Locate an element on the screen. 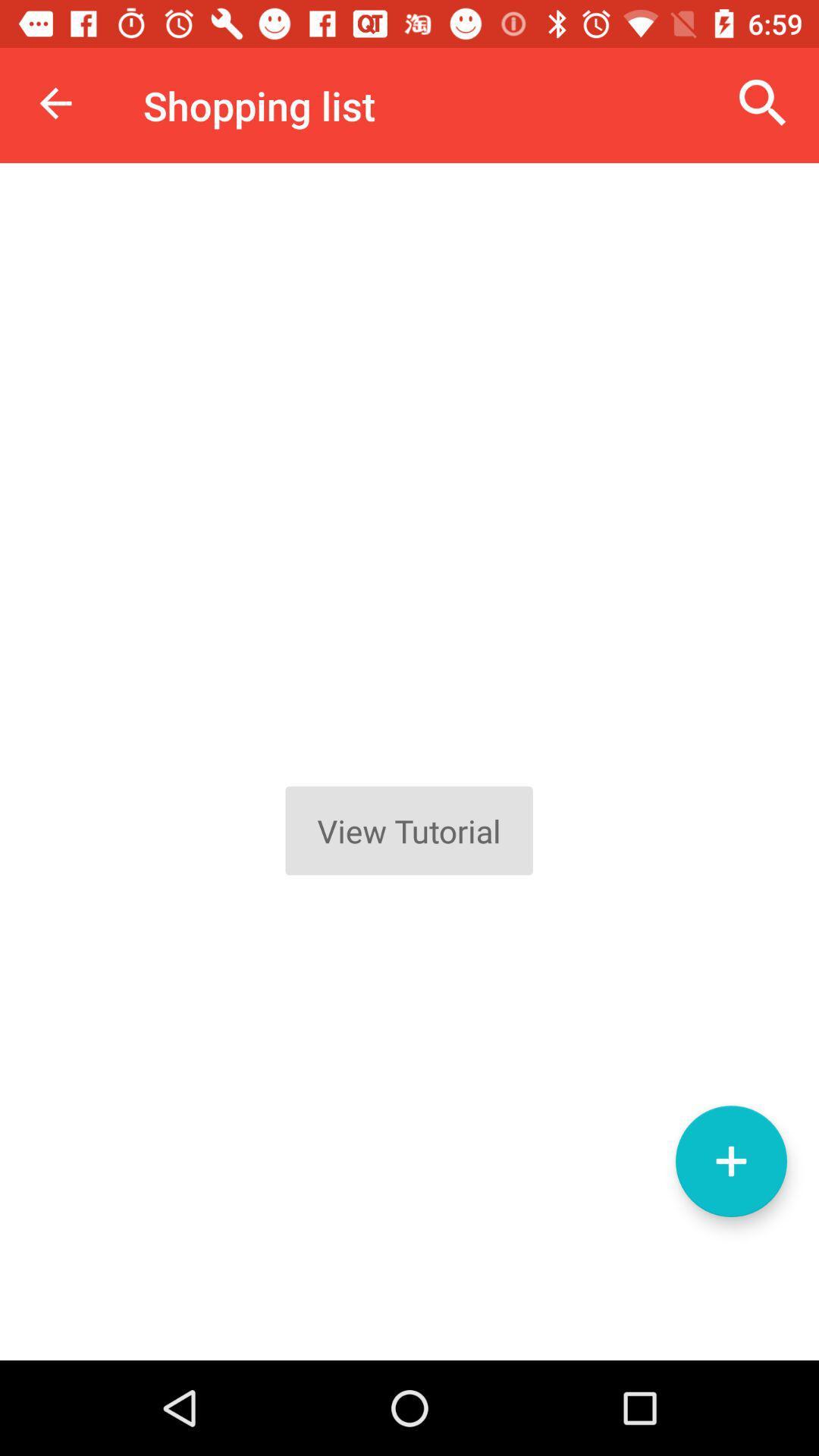  a place to add an item to a shopping list is located at coordinates (730, 1160).